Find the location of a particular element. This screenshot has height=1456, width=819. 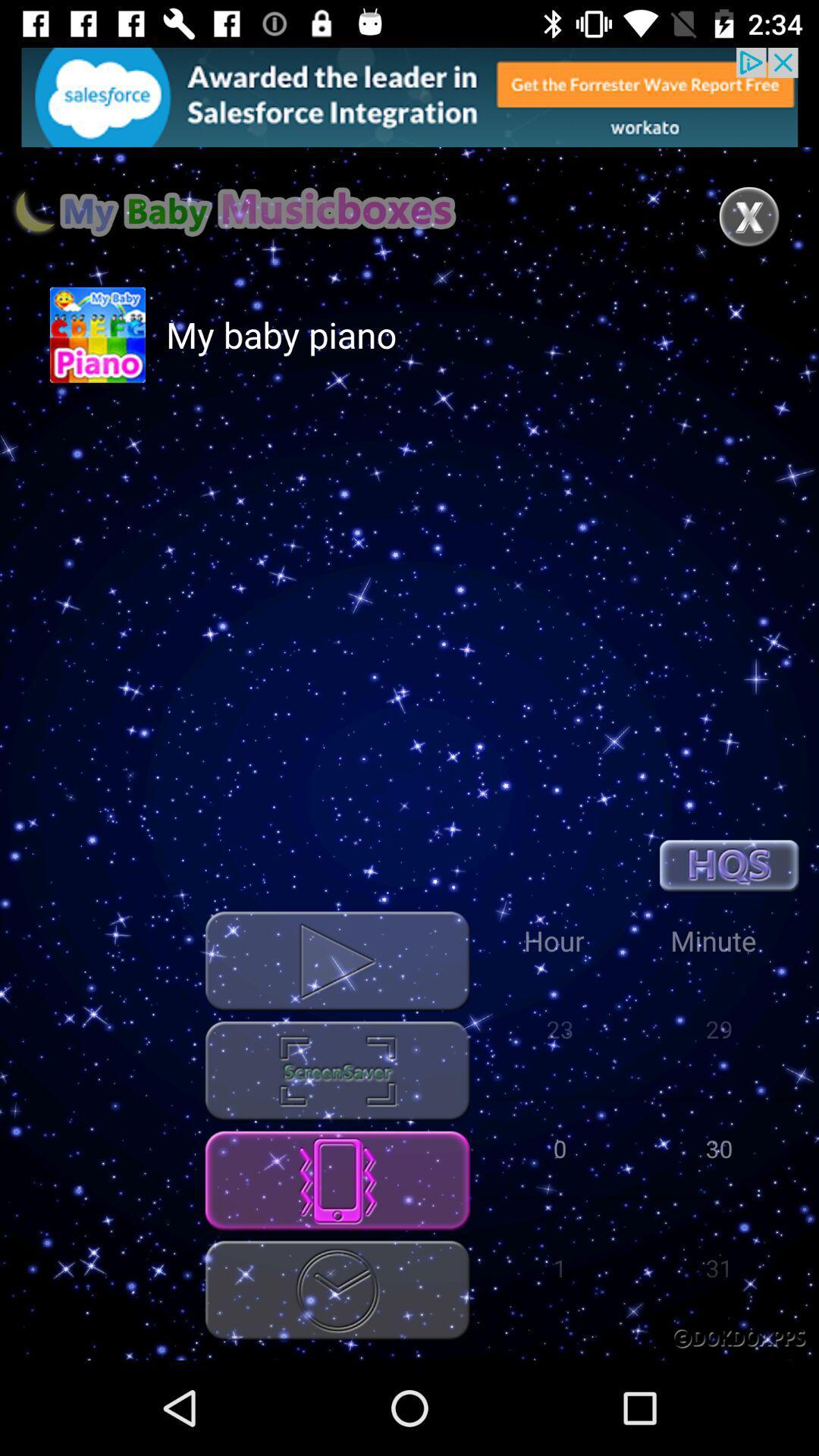

the button above mobile symbol is located at coordinates (337, 1070).